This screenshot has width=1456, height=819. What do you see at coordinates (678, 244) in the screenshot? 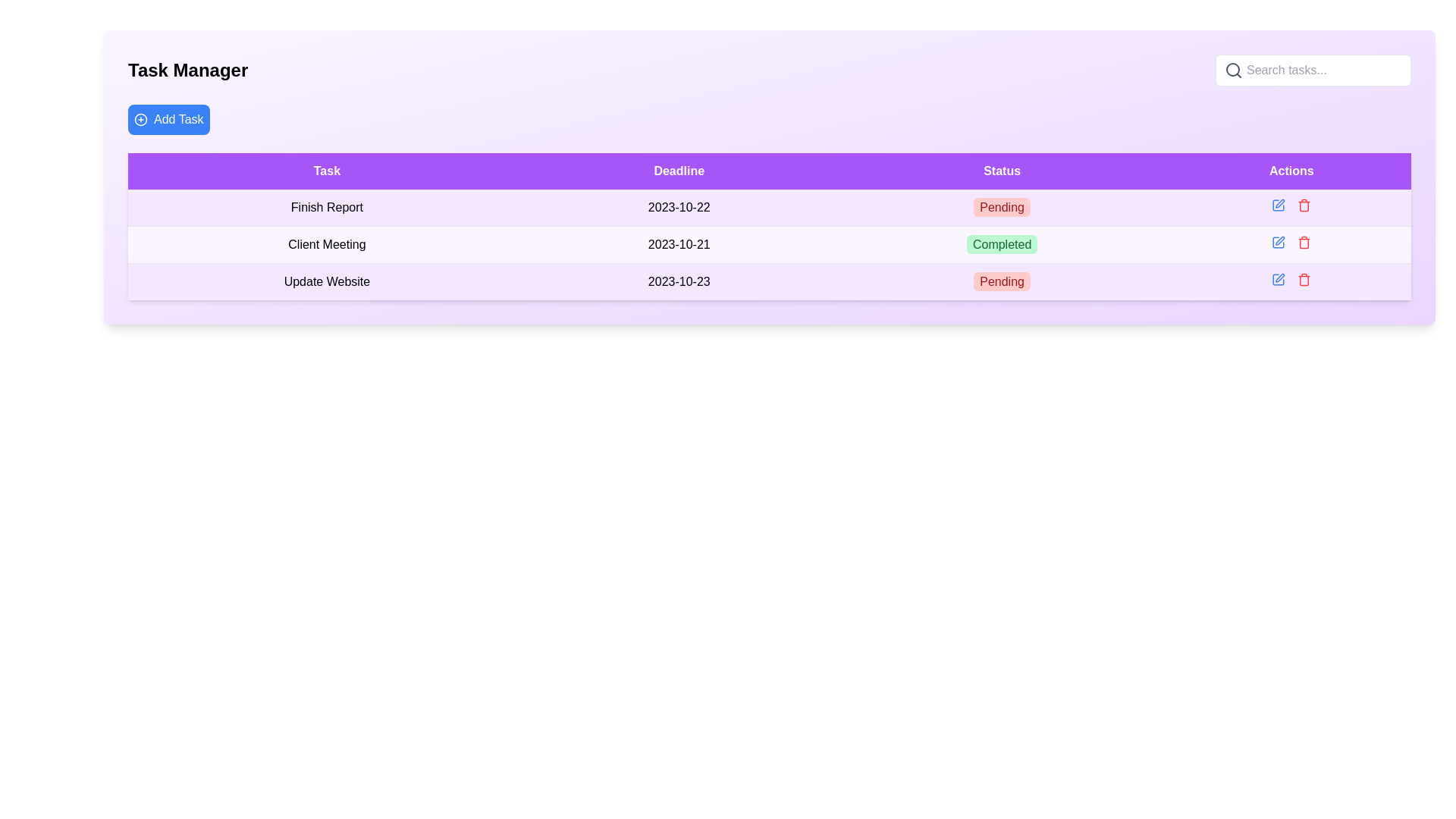
I see `displayed text '2023-10-21' from the Text label in the 'Deadline' column of the task management table` at bounding box center [678, 244].